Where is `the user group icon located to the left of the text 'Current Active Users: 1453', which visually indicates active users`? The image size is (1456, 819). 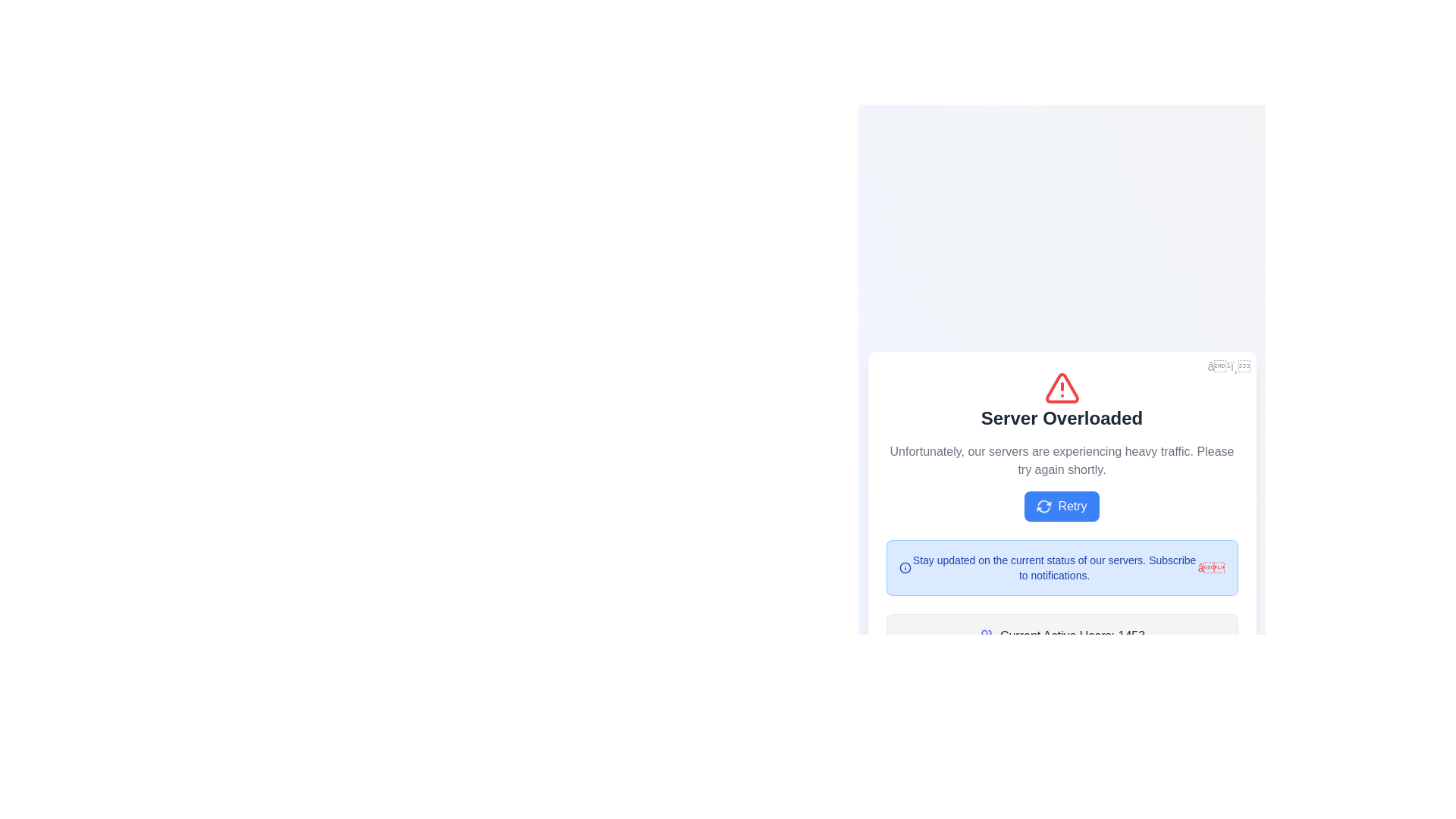 the user group icon located to the left of the text 'Current Active Users: 1453', which visually indicates active users is located at coordinates (986, 636).